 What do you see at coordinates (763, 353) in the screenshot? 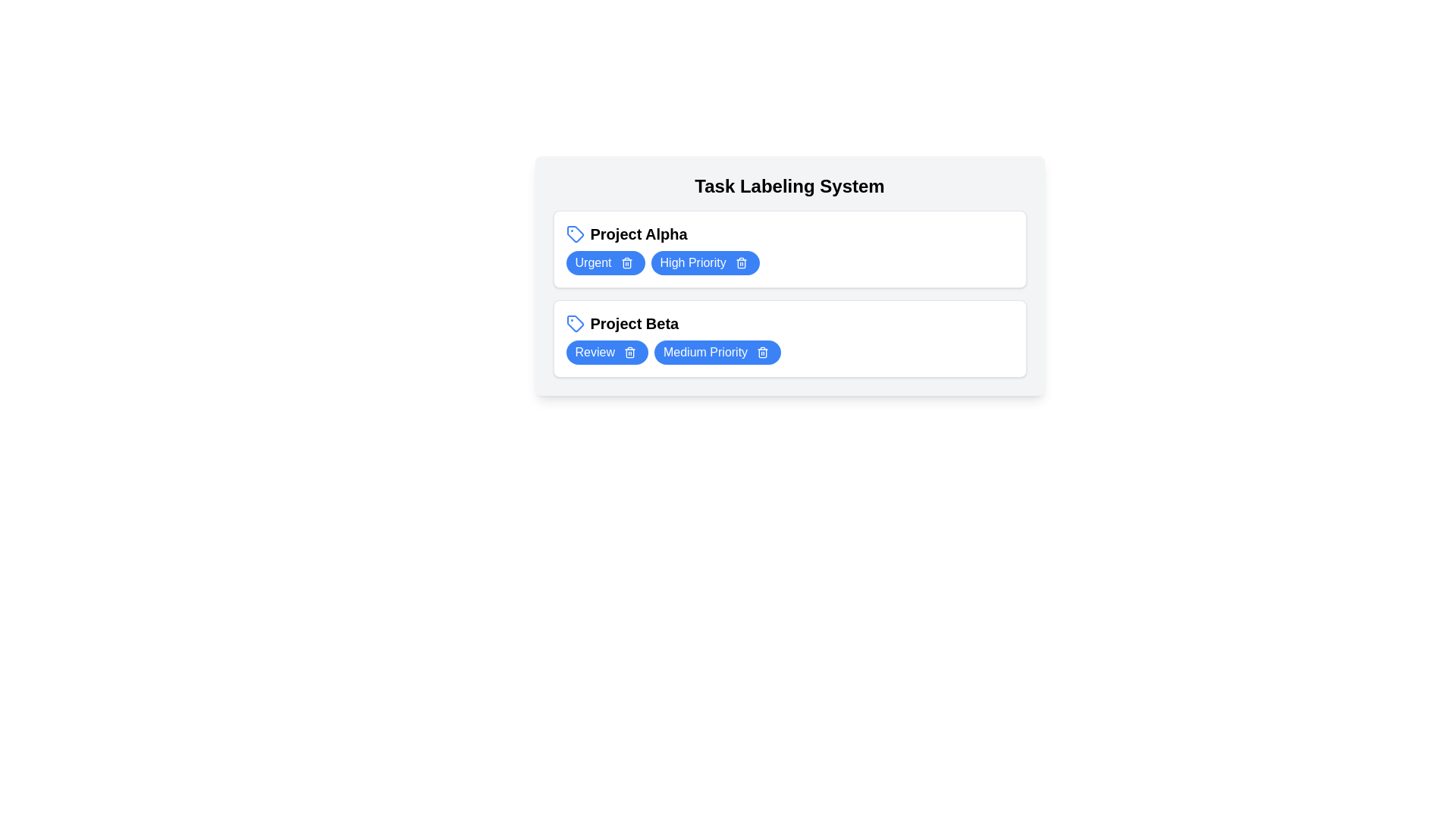
I see `the trash icon associated with the tag Medium Priority in project Project Beta` at bounding box center [763, 353].